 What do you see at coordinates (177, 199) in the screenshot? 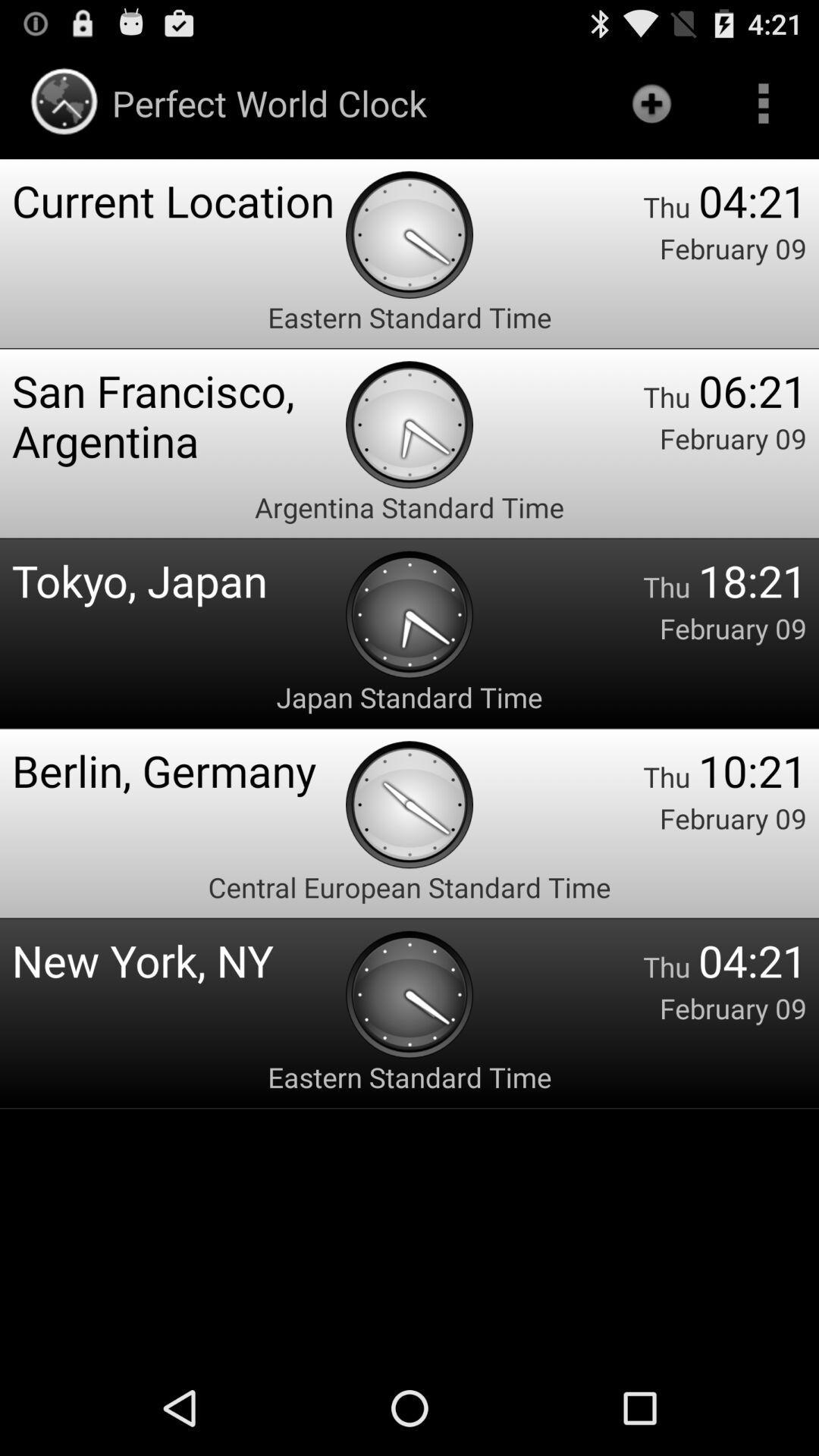
I see `app above the eastern standard time` at bounding box center [177, 199].